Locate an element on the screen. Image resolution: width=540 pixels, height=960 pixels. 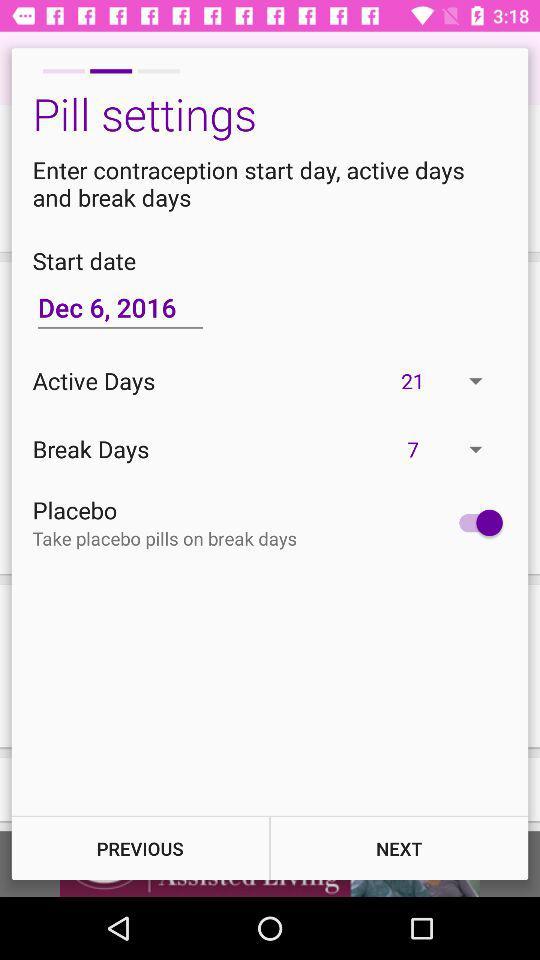
placebo option is located at coordinates (475, 521).